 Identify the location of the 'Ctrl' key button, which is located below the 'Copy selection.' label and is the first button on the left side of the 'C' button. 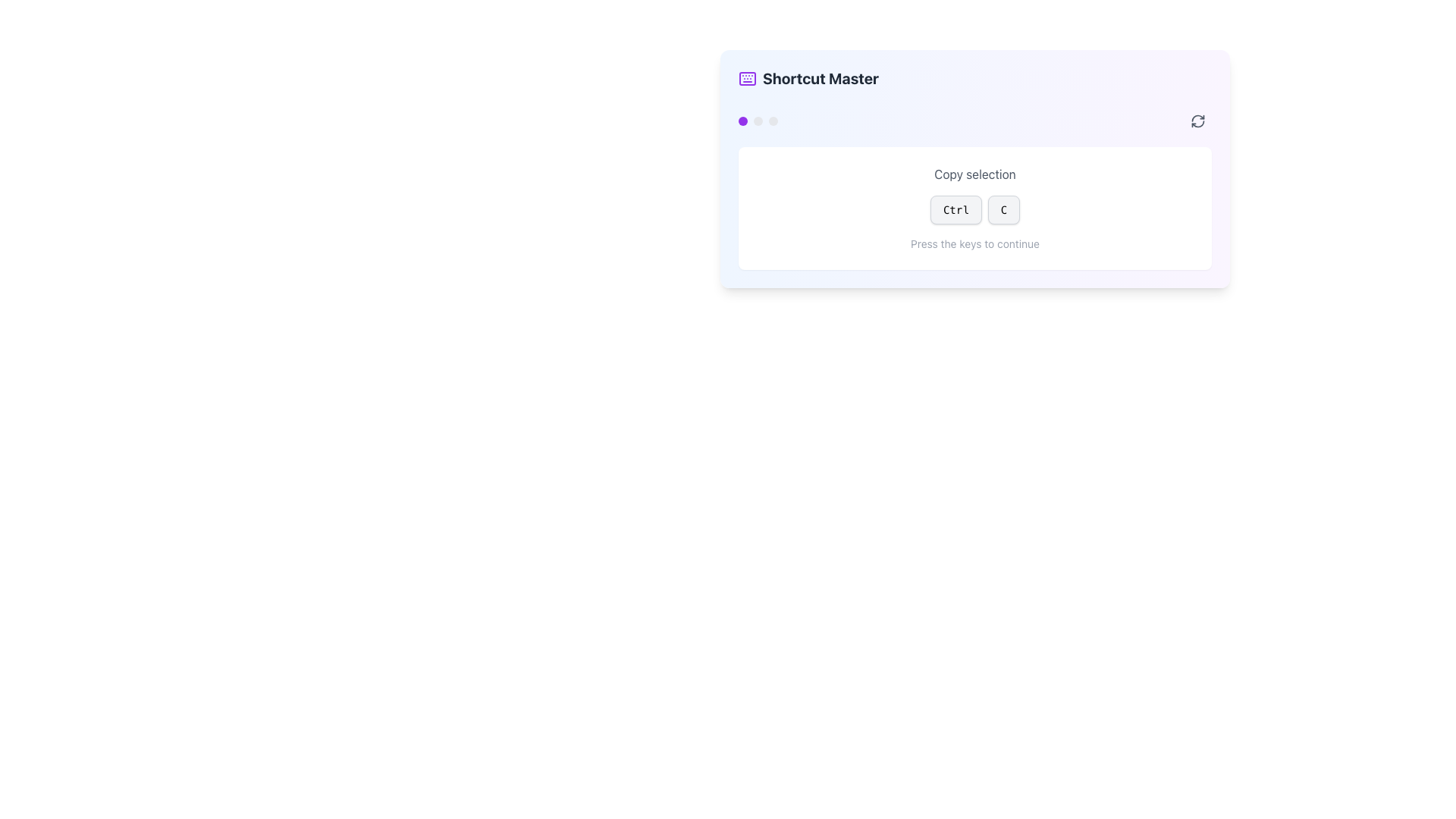
(955, 210).